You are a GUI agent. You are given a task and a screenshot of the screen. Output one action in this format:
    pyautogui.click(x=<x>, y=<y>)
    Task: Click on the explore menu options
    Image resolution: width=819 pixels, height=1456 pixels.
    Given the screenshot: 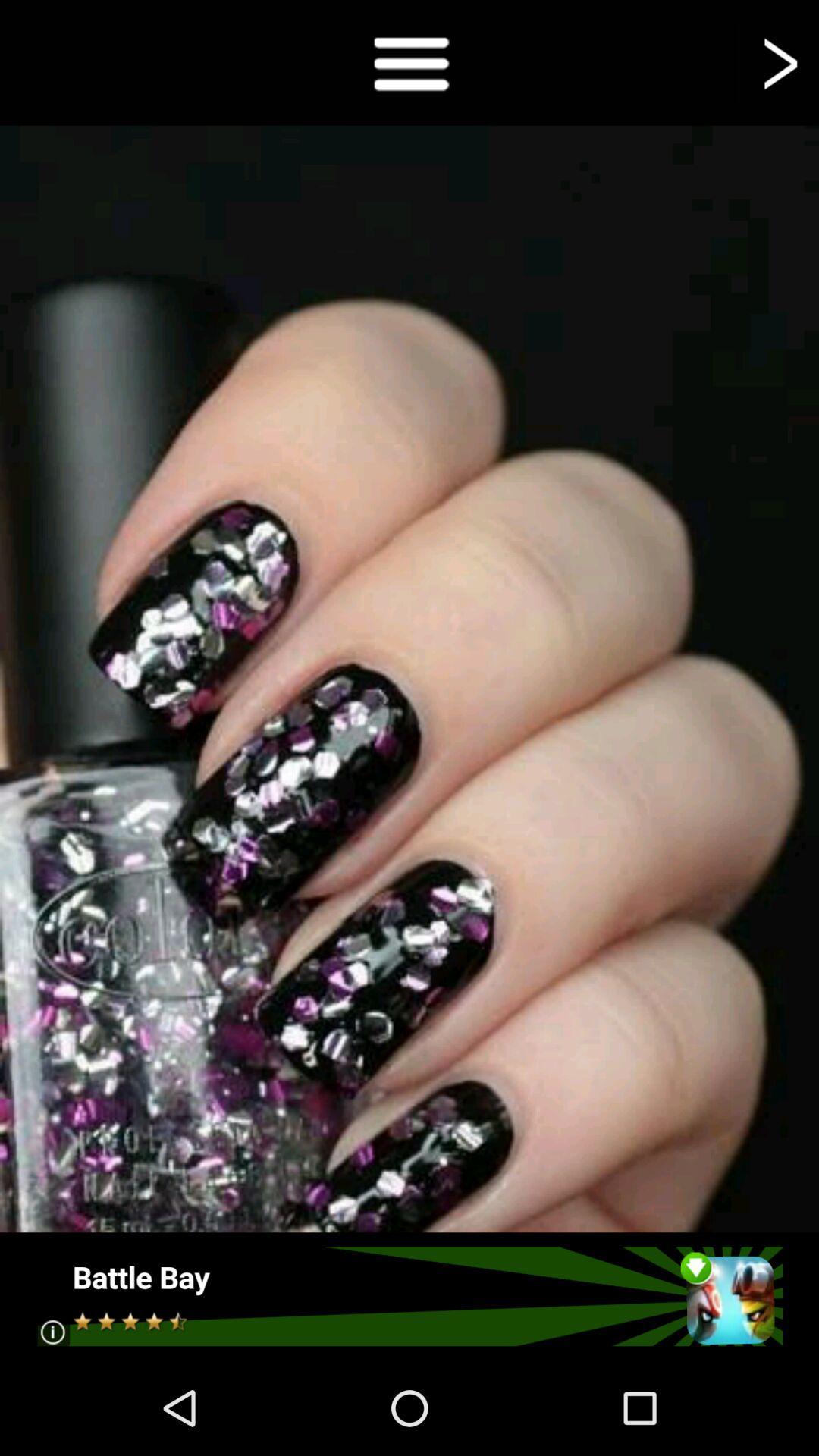 What is the action you would take?
    pyautogui.click(x=409, y=61)
    